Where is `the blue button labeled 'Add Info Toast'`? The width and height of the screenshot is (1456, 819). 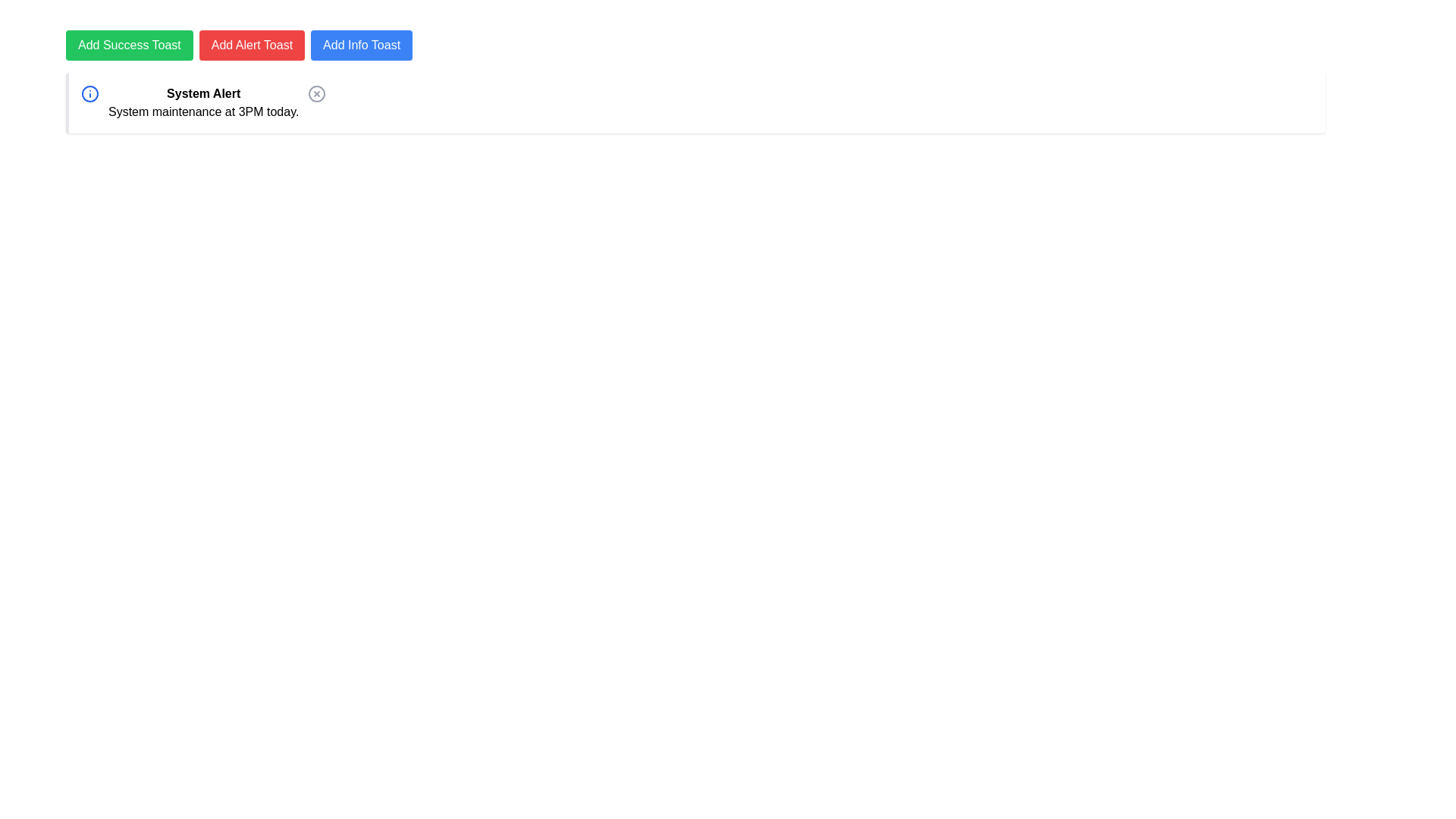 the blue button labeled 'Add Info Toast' is located at coordinates (361, 45).